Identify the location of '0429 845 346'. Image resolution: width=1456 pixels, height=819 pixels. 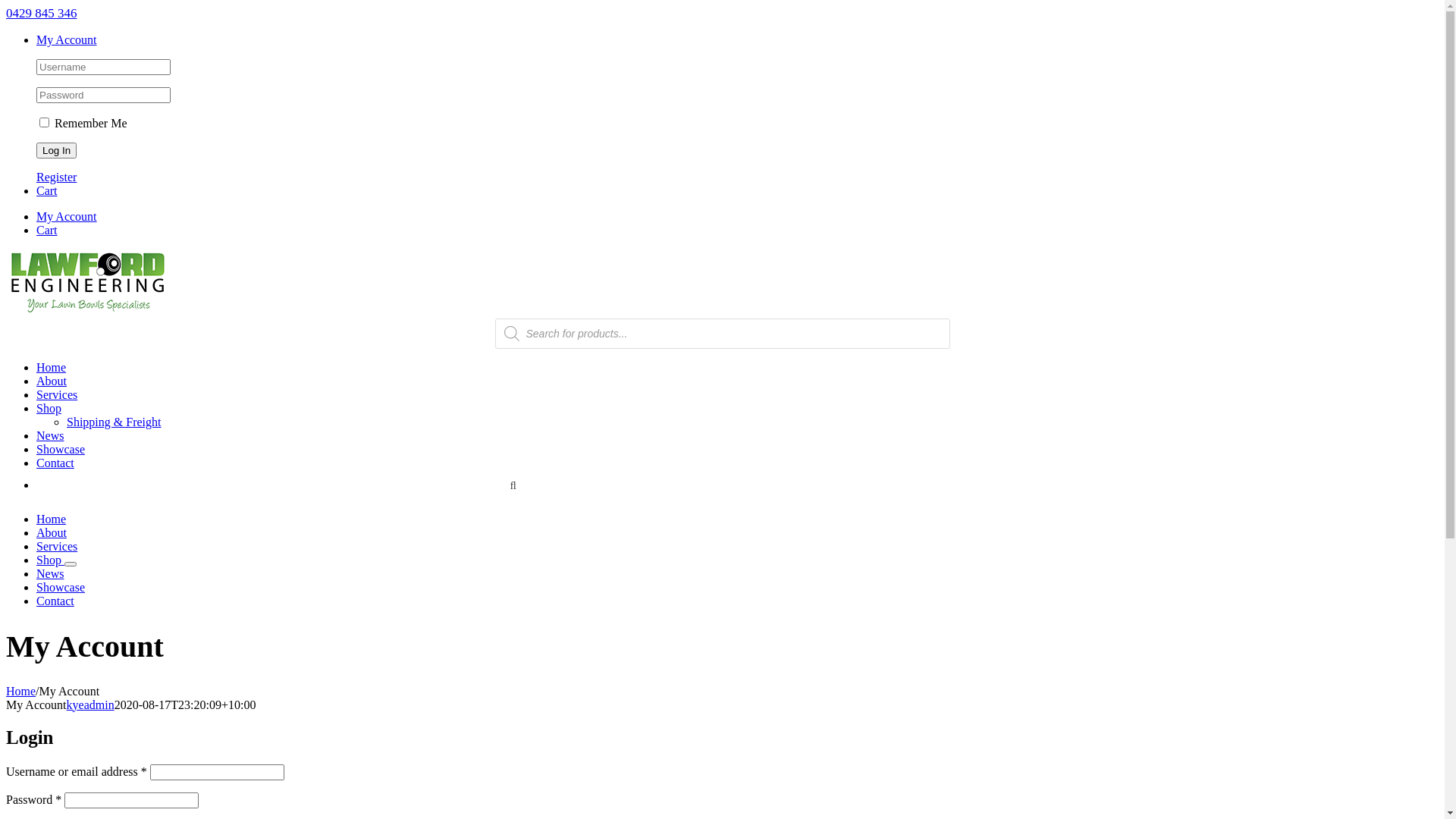
(41, 13).